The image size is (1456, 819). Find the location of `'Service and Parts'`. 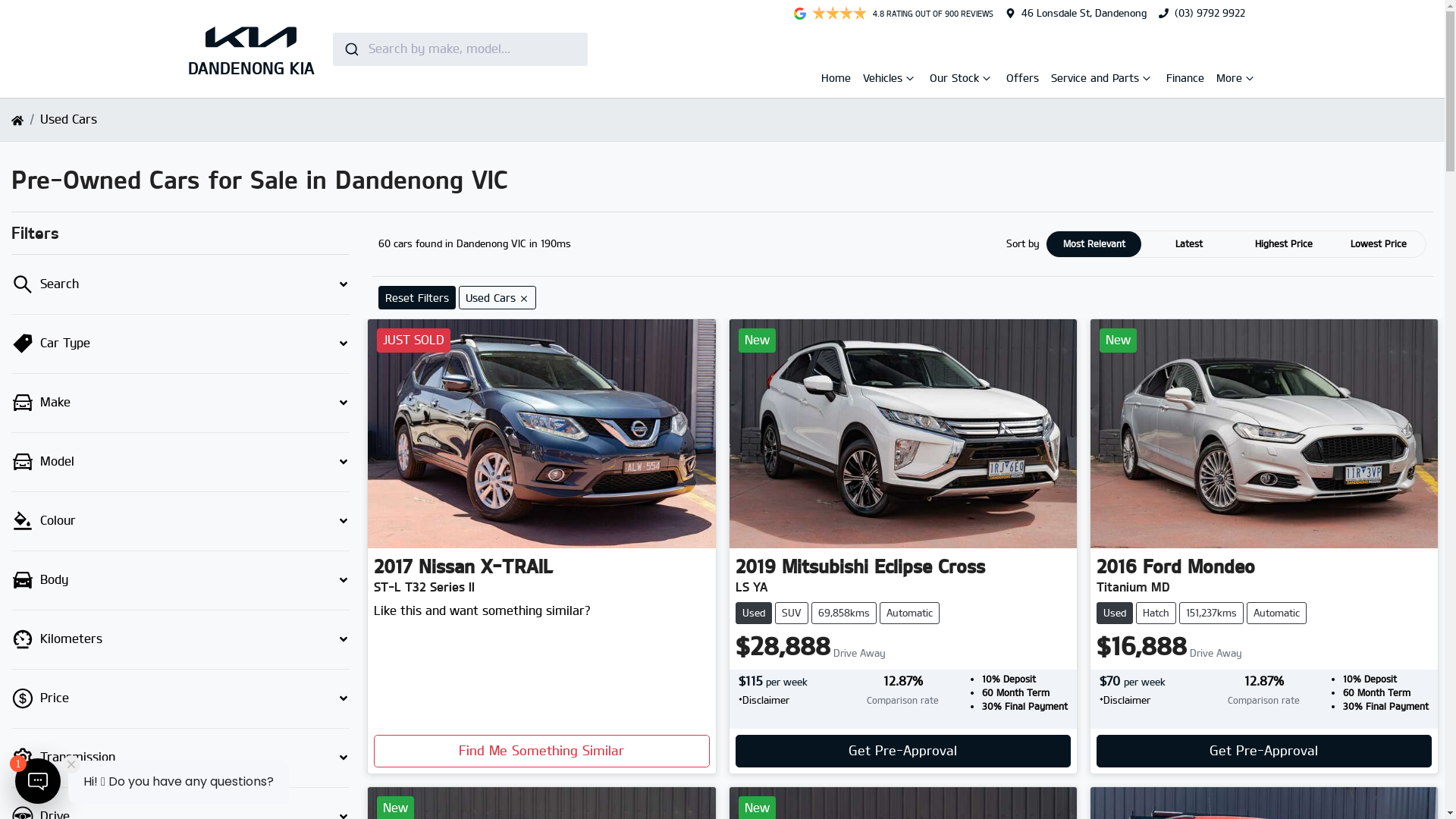

'Service and Parts' is located at coordinates (1096, 80).